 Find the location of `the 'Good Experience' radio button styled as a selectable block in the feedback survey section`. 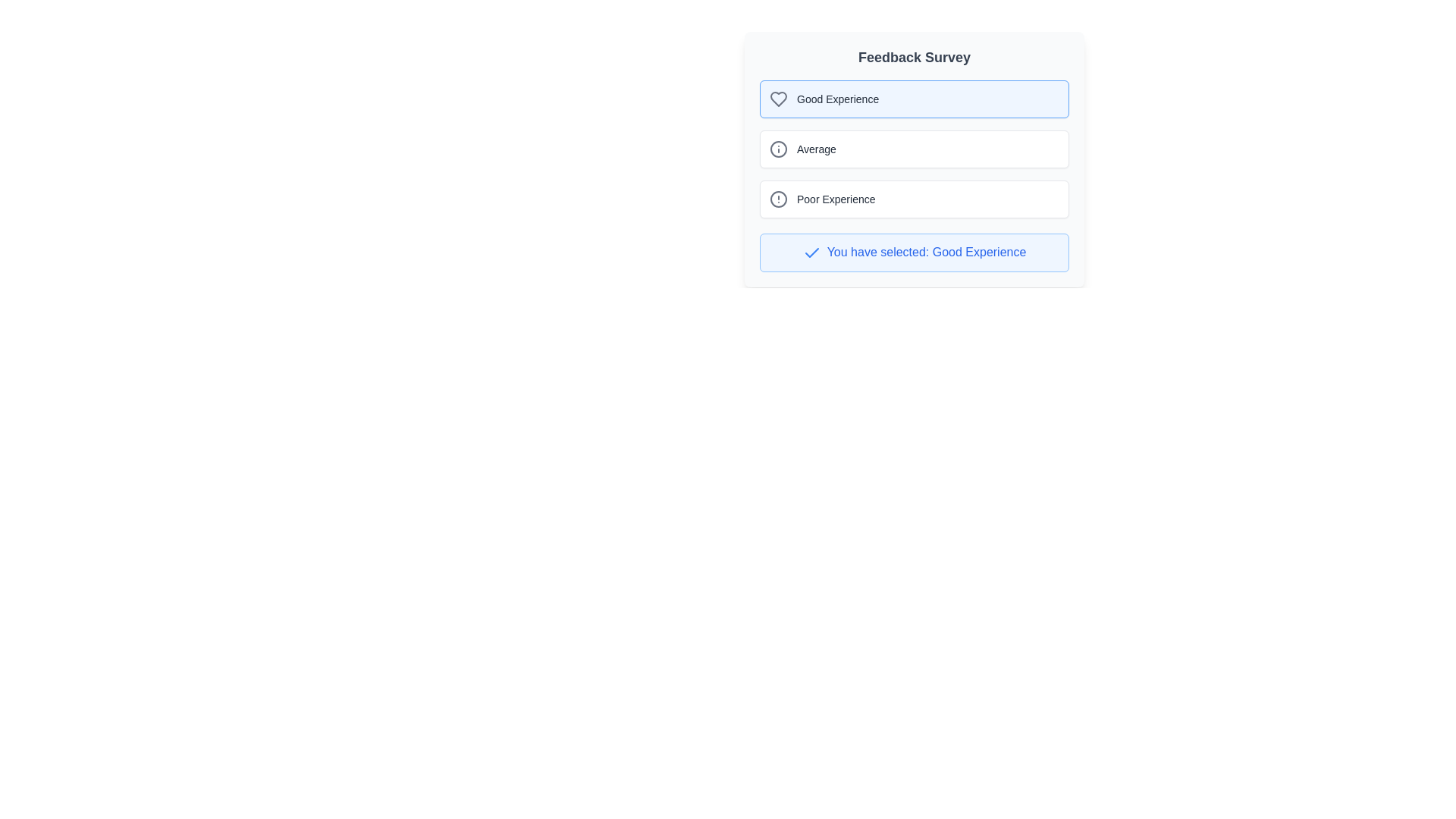

the 'Good Experience' radio button styled as a selectable block in the feedback survey section is located at coordinates (913, 99).